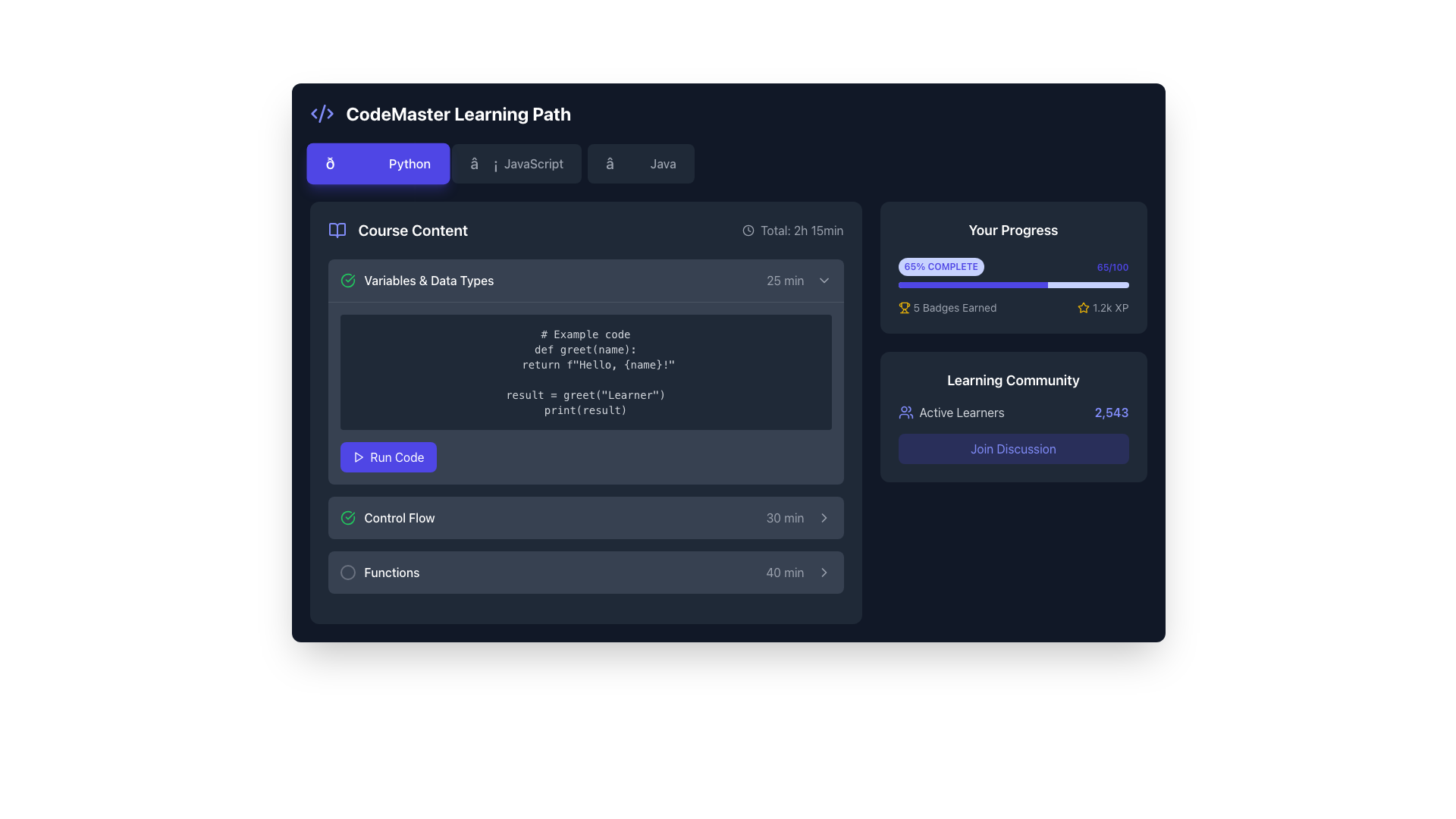 The image size is (1456, 819). I want to click on the text label displaying '5 Badges Earned' in the 'Your Progress' section to read it, so click(954, 307).